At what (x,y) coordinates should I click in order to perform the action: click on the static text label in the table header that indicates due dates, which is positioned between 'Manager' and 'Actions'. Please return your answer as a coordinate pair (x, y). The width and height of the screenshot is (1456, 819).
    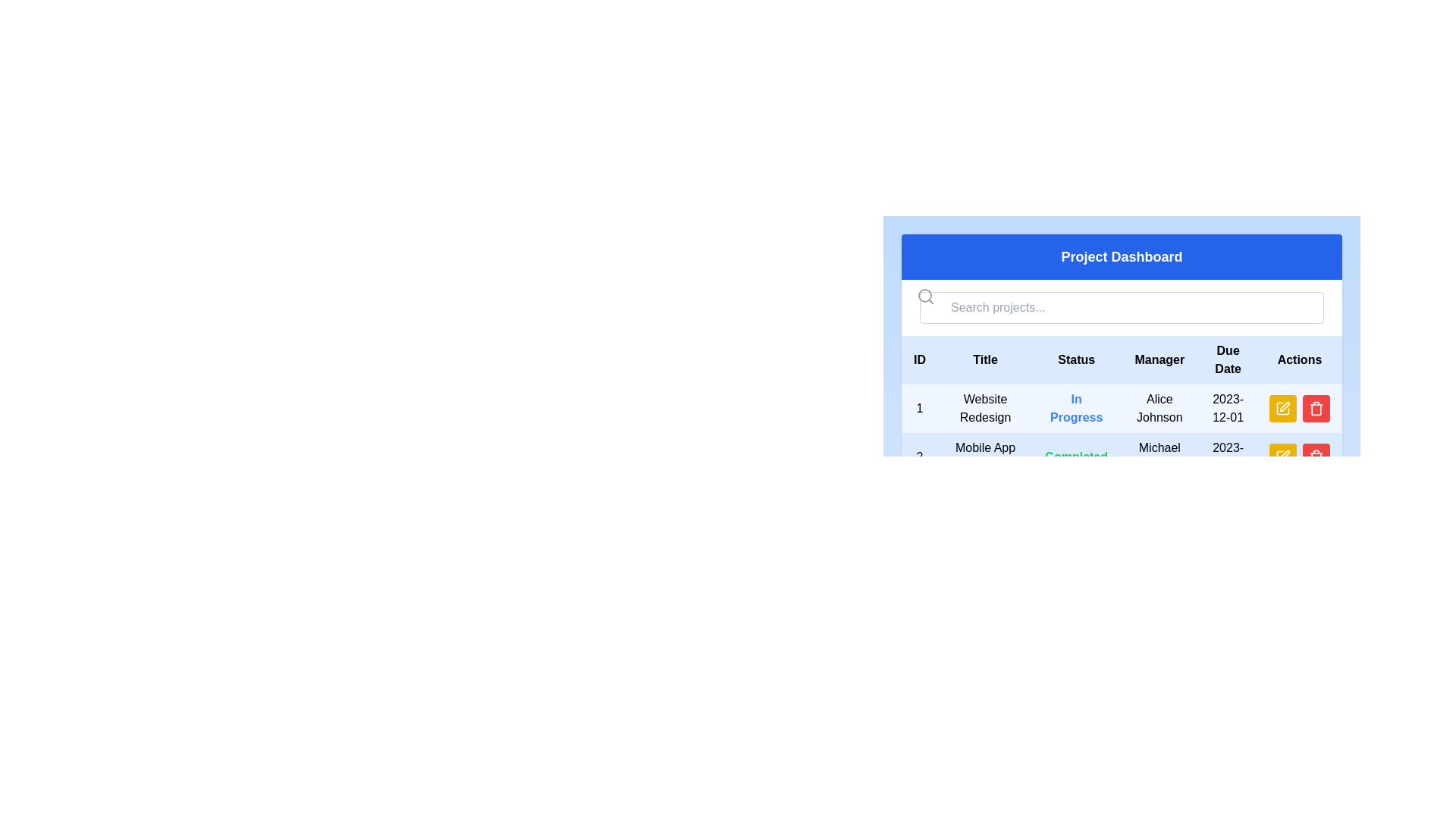
    Looking at the image, I should click on (1228, 359).